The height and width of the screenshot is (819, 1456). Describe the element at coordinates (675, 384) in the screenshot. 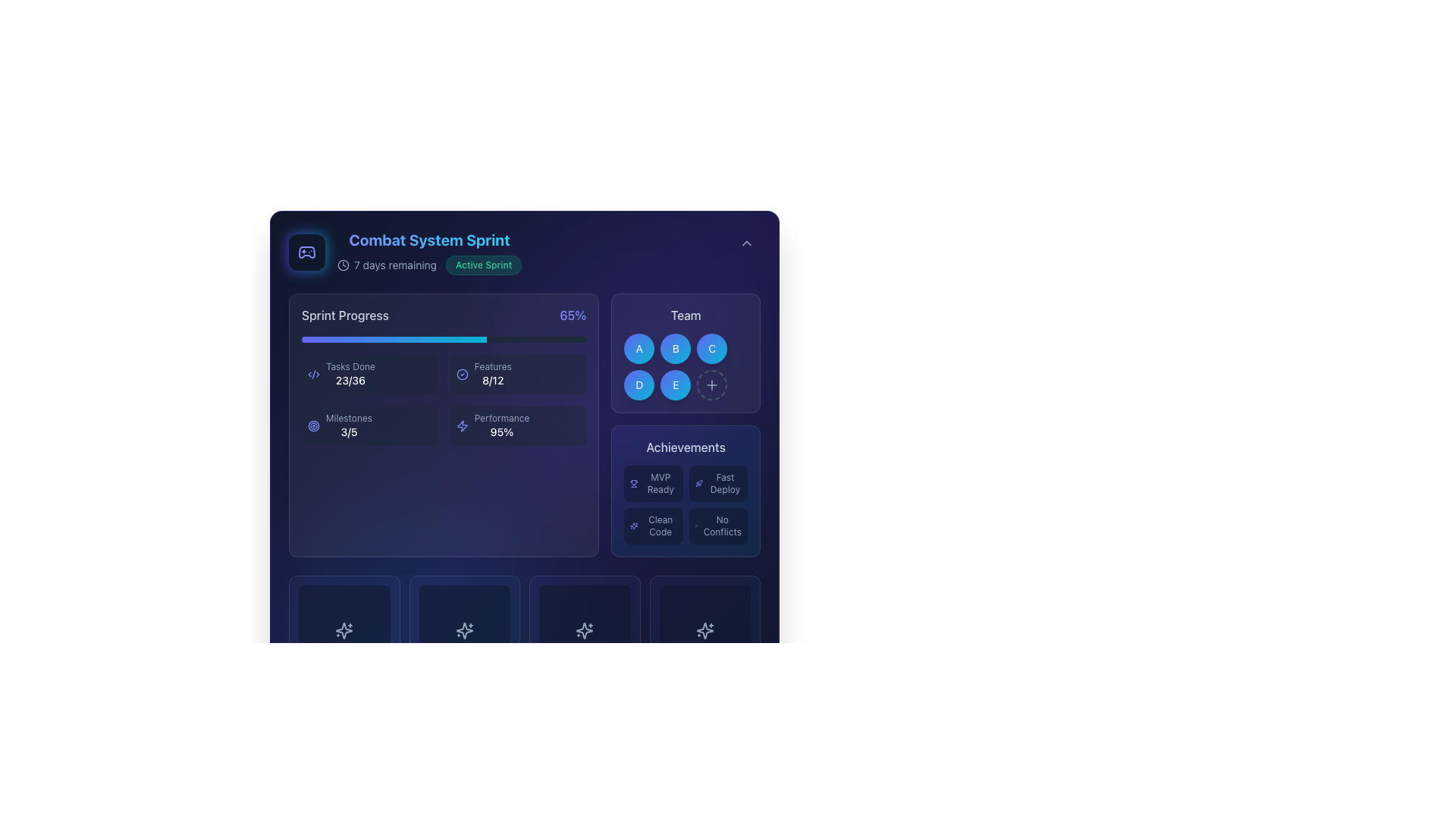

I see `the circular button labeled 'E' located in the 'Team' section of the interface` at that location.